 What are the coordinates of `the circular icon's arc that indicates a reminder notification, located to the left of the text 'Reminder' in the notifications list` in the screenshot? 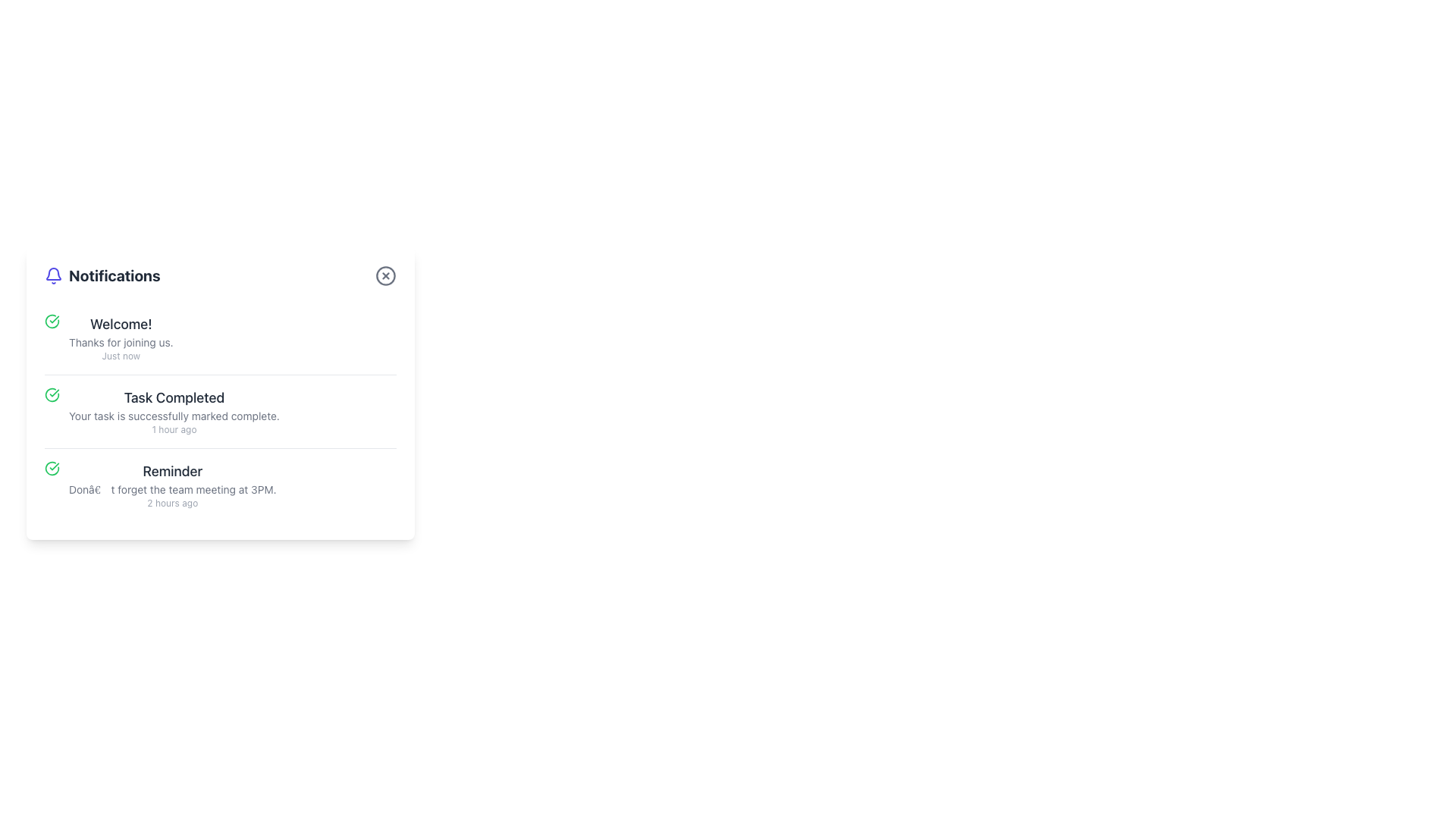 It's located at (52, 467).